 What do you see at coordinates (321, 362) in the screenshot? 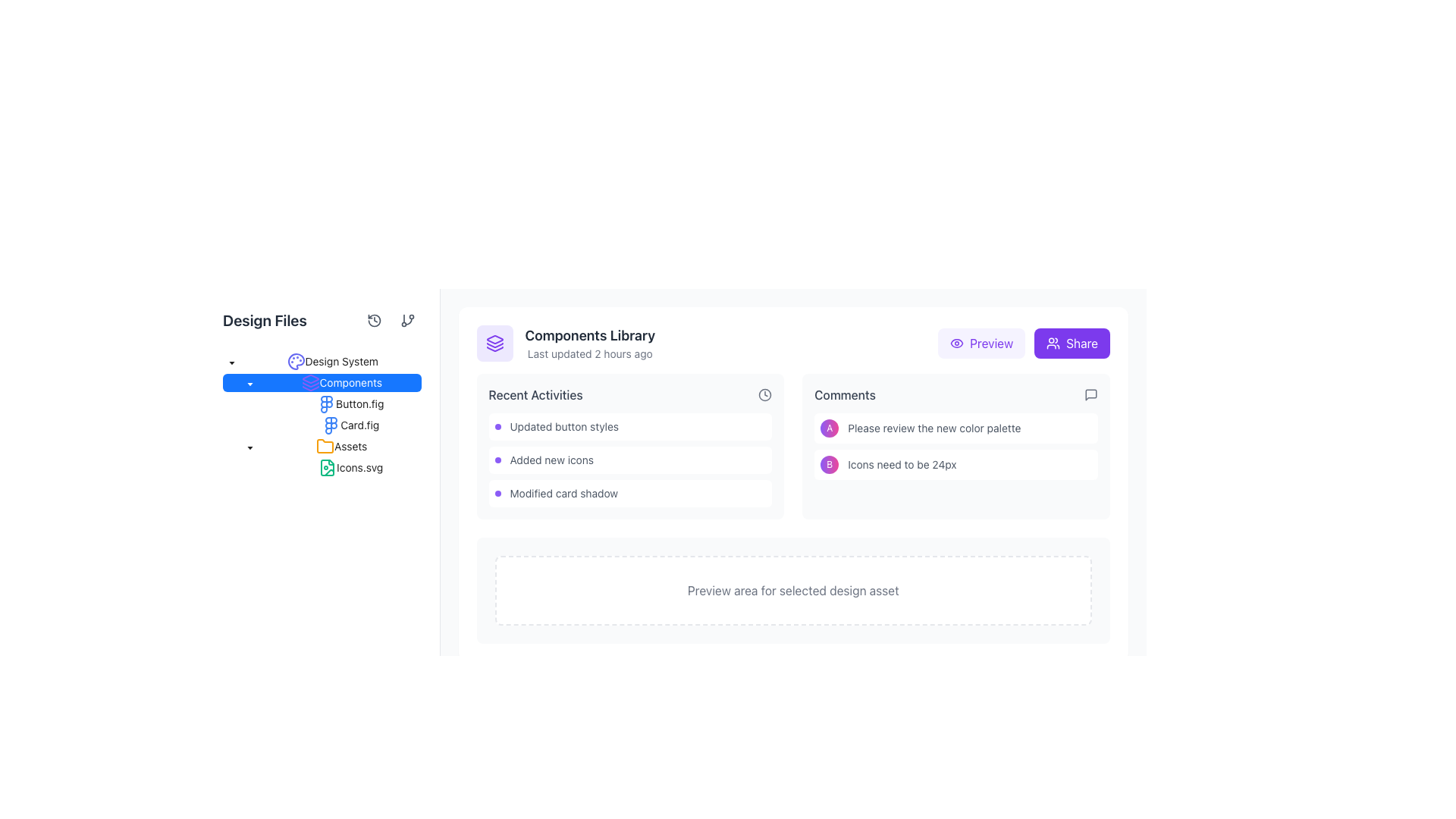
I see `the toggle arrow of the 'Design System' tree item in the hierarchical menu` at bounding box center [321, 362].